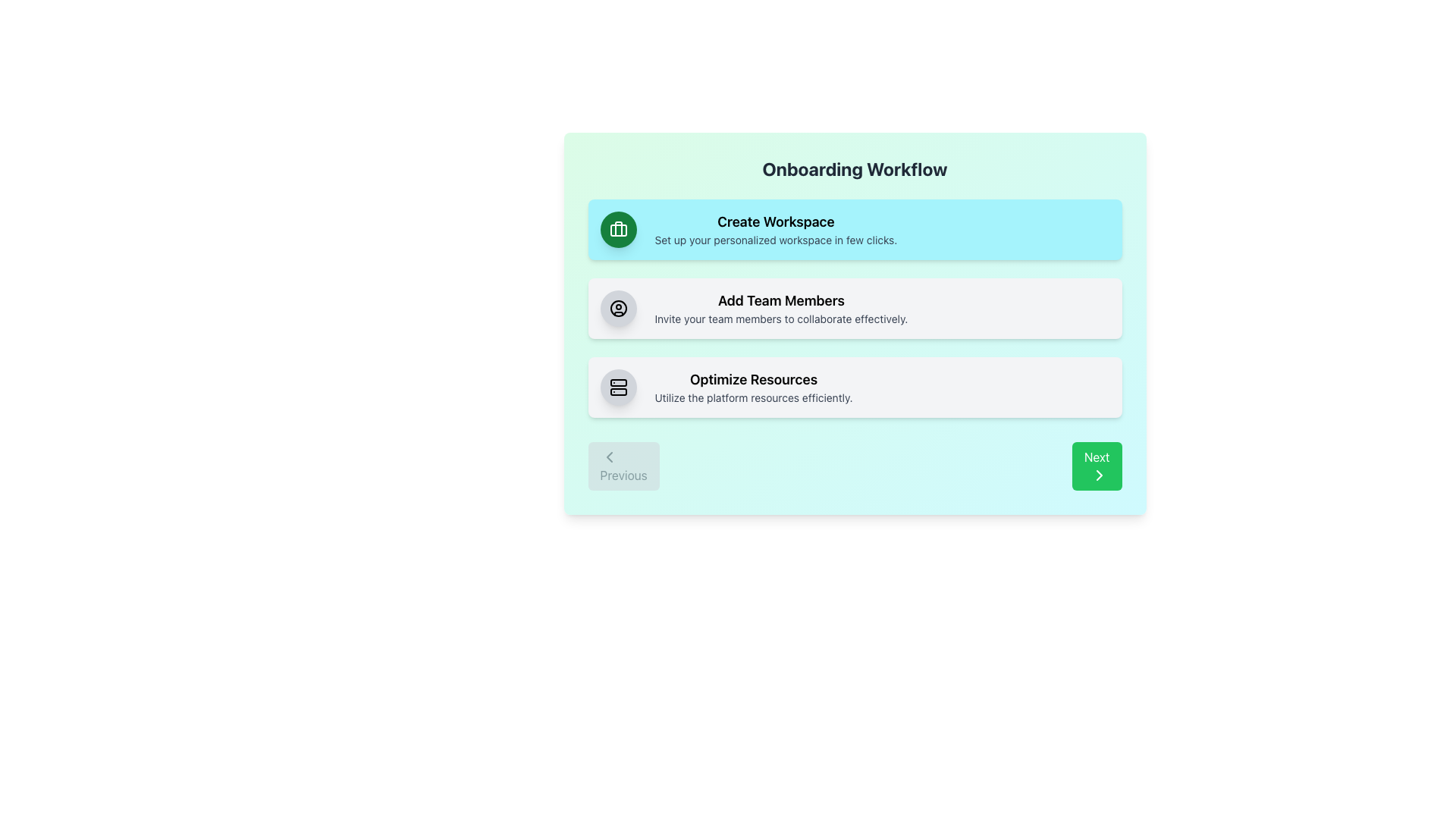  I want to click on the circular icon with a user silhouette symbol in the 'Onboarding Workflow' section, located to the left of the 'Add Team Members' text, so click(618, 308).